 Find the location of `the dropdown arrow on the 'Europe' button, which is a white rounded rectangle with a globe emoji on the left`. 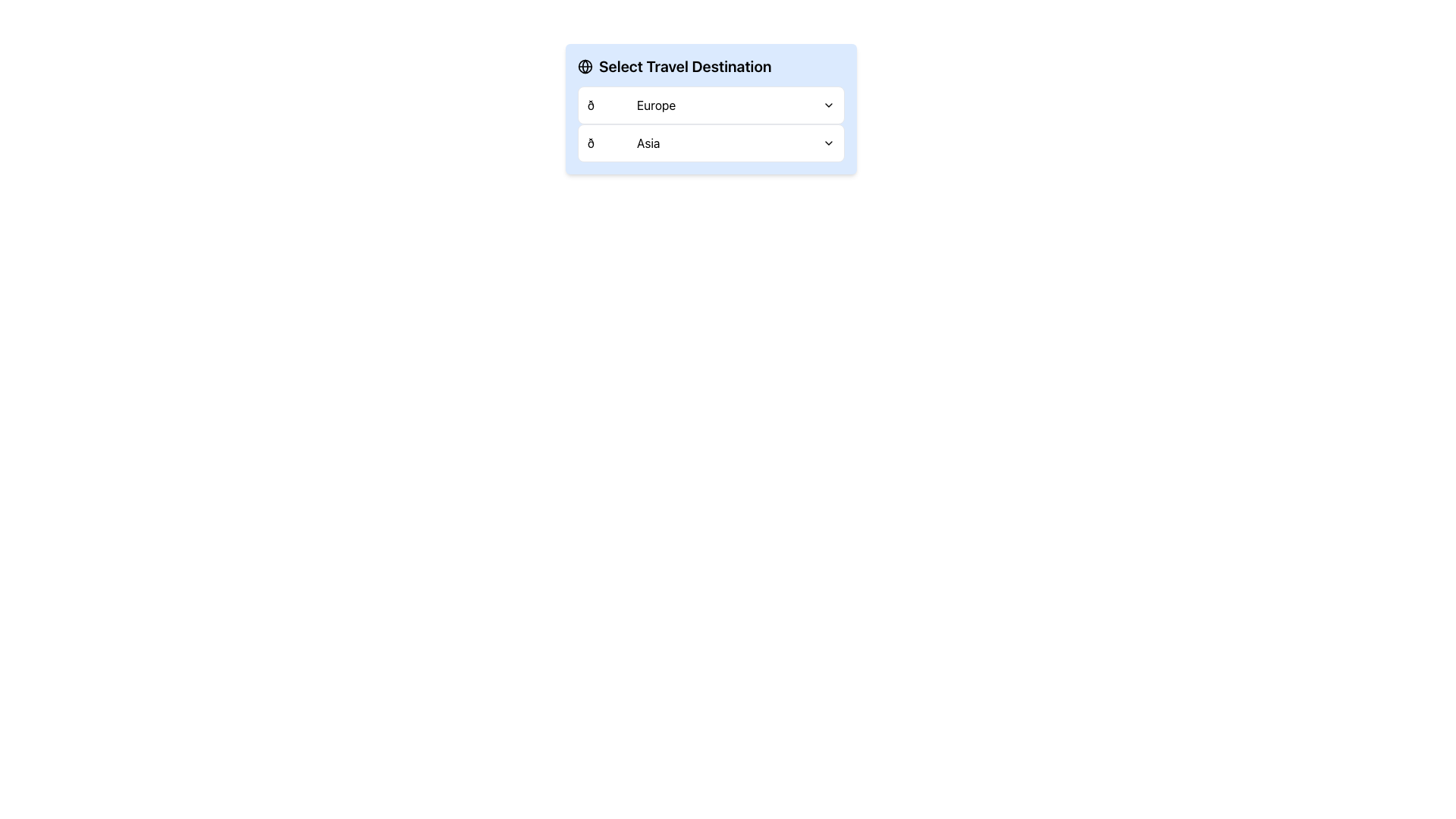

the dropdown arrow on the 'Europe' button, which is a white rounded rectangle with a globe emoji on the left is located at coordinates (710, 104).